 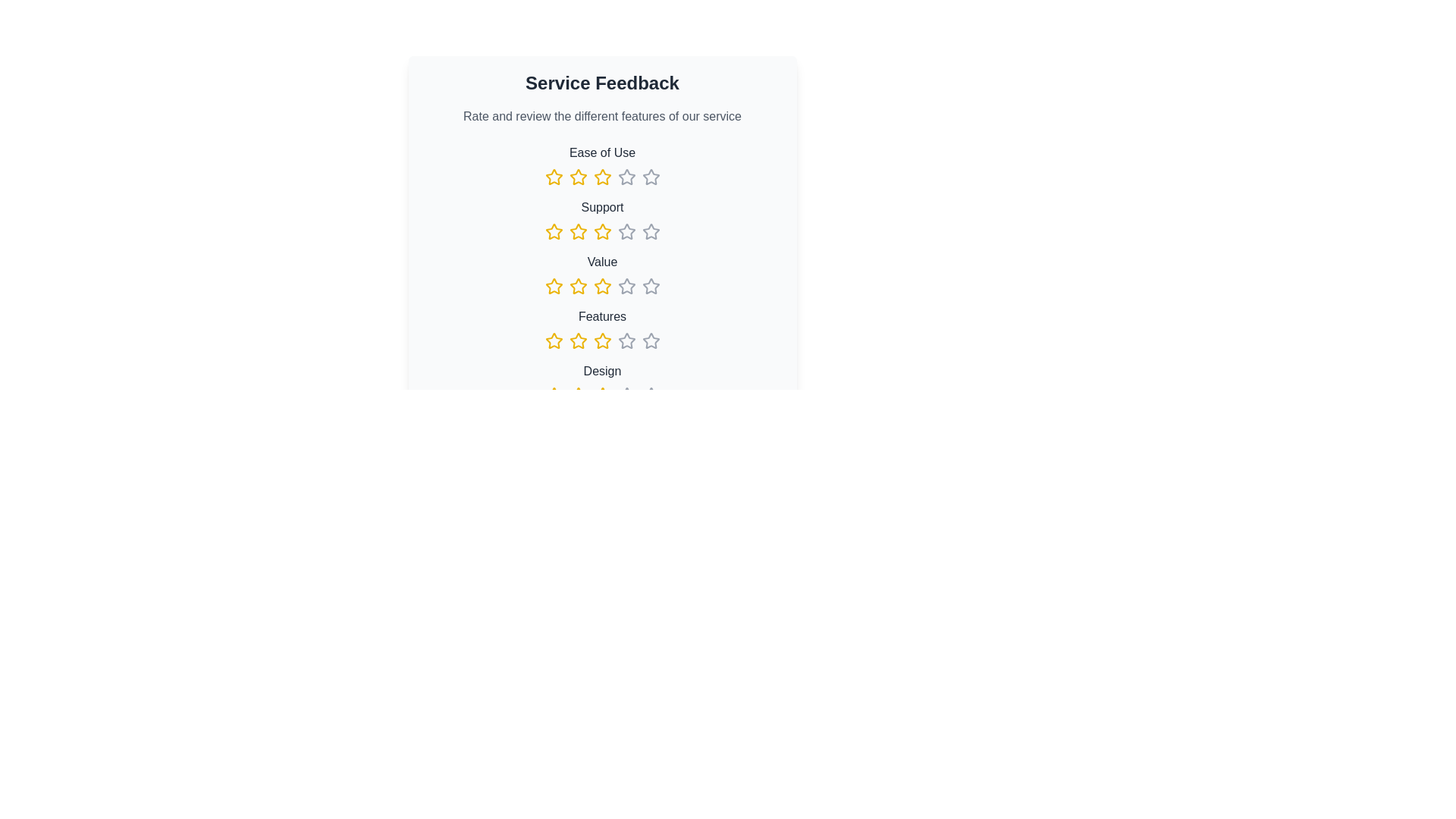 I want to click on the interactive star rating icon, which is the last star in a group of six, located at the bottom of the 'Design' section within the 'Service Feedback' form, so click(x=651, y=394).